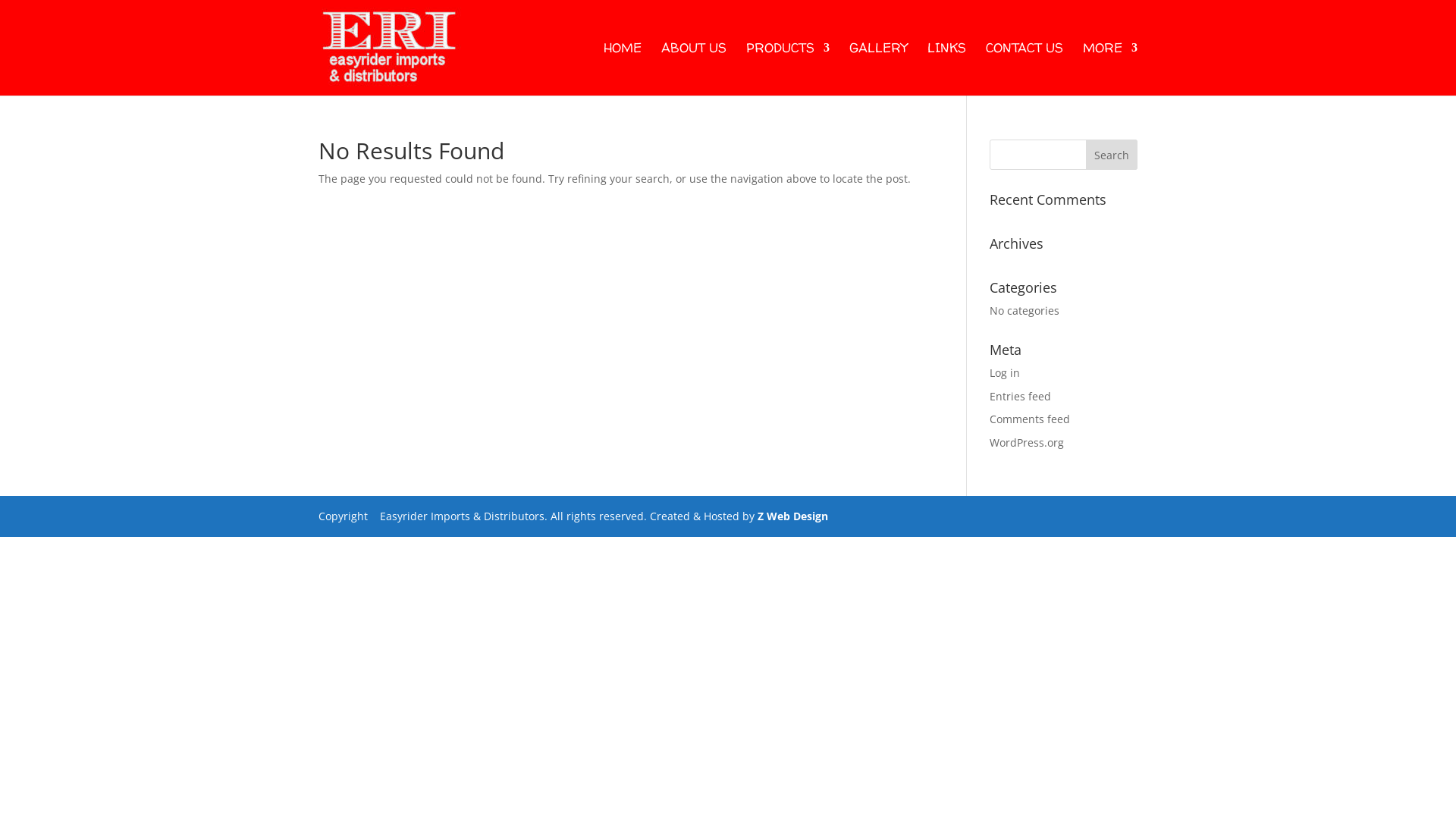  I want to click on 'PRODUCTS', so click(787, 69).